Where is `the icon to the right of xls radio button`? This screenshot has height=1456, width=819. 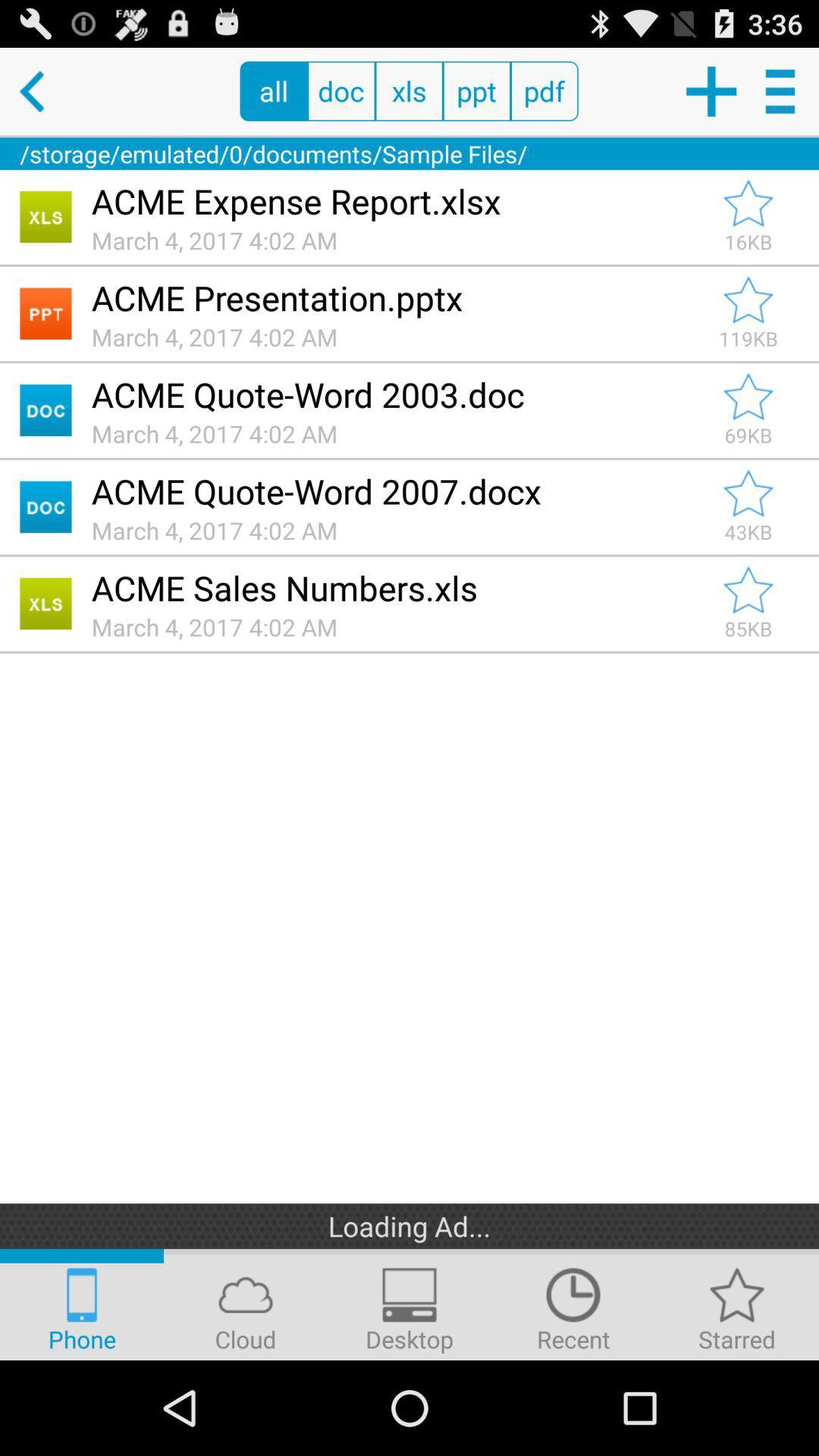
the icon to the right of xls radio button is located at coordinates (475, 90).